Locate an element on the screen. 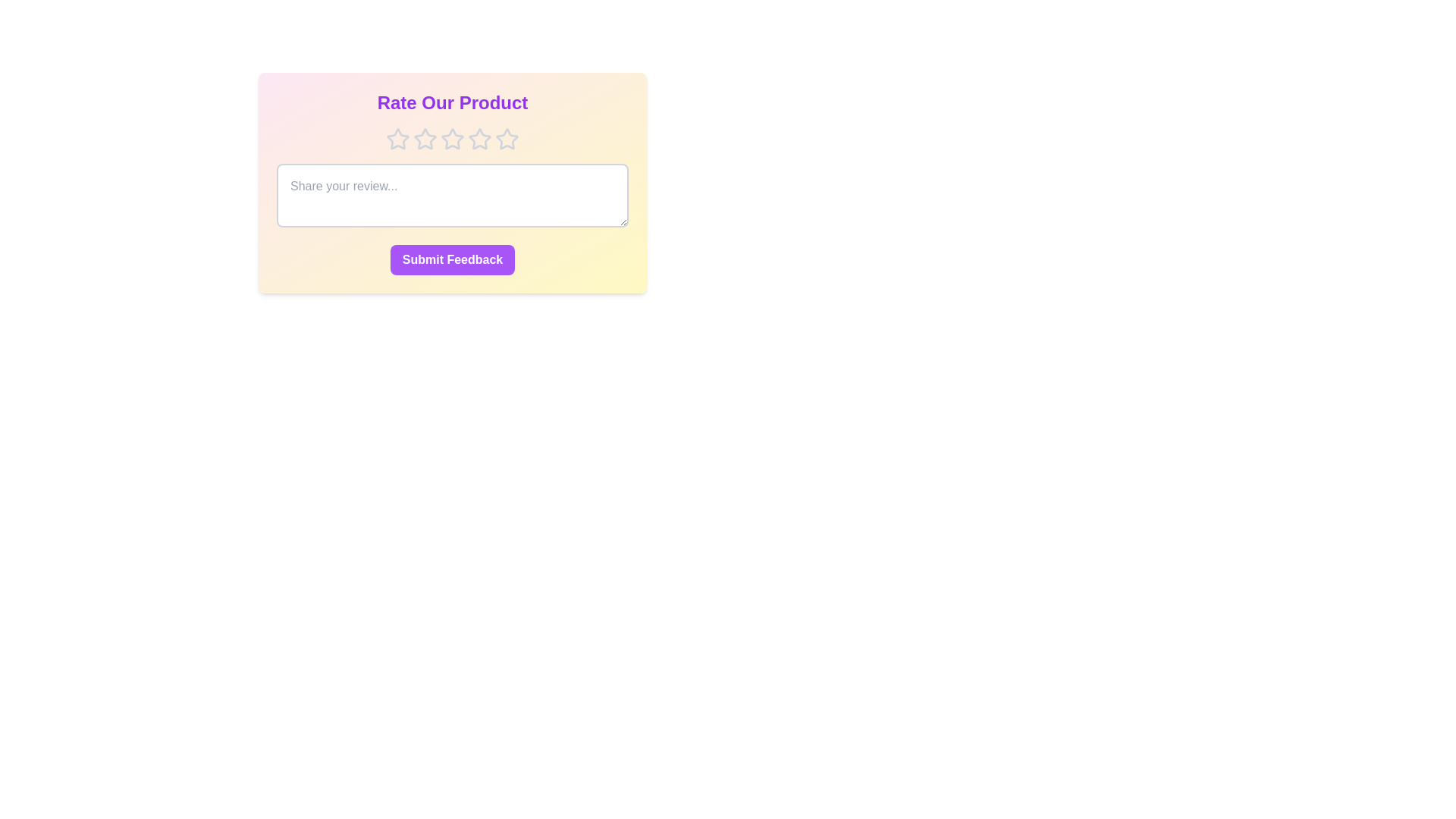 This screenshot has height=819, width=1456. the star corresponding to 3 to preview the selection effect is located at coordinates (451, 140).